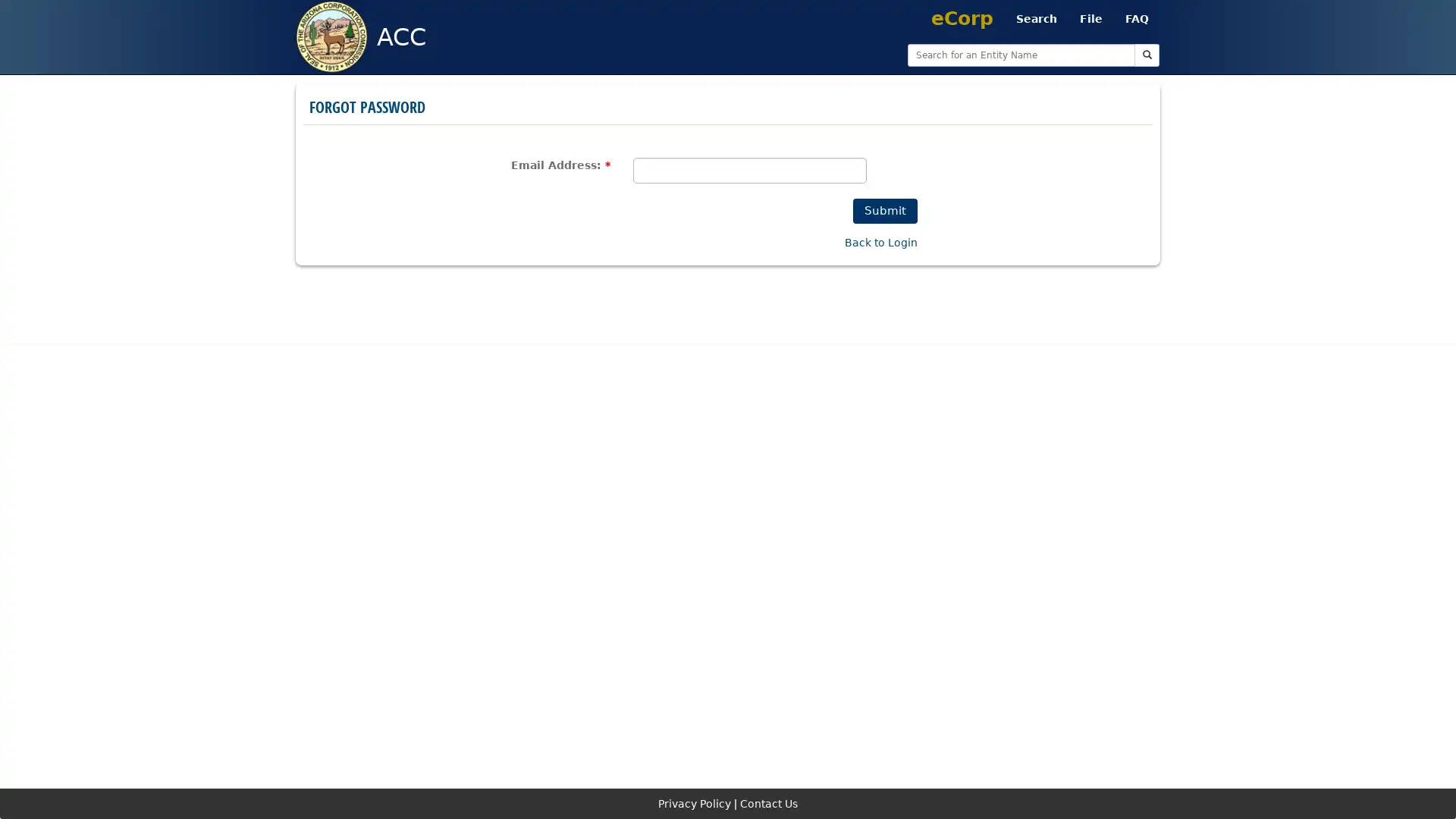 The image size is (1456, 819). What do you see at coordinates (885, 210) in the screenshot?
I see `Submit` at bounding box center [885, 210].